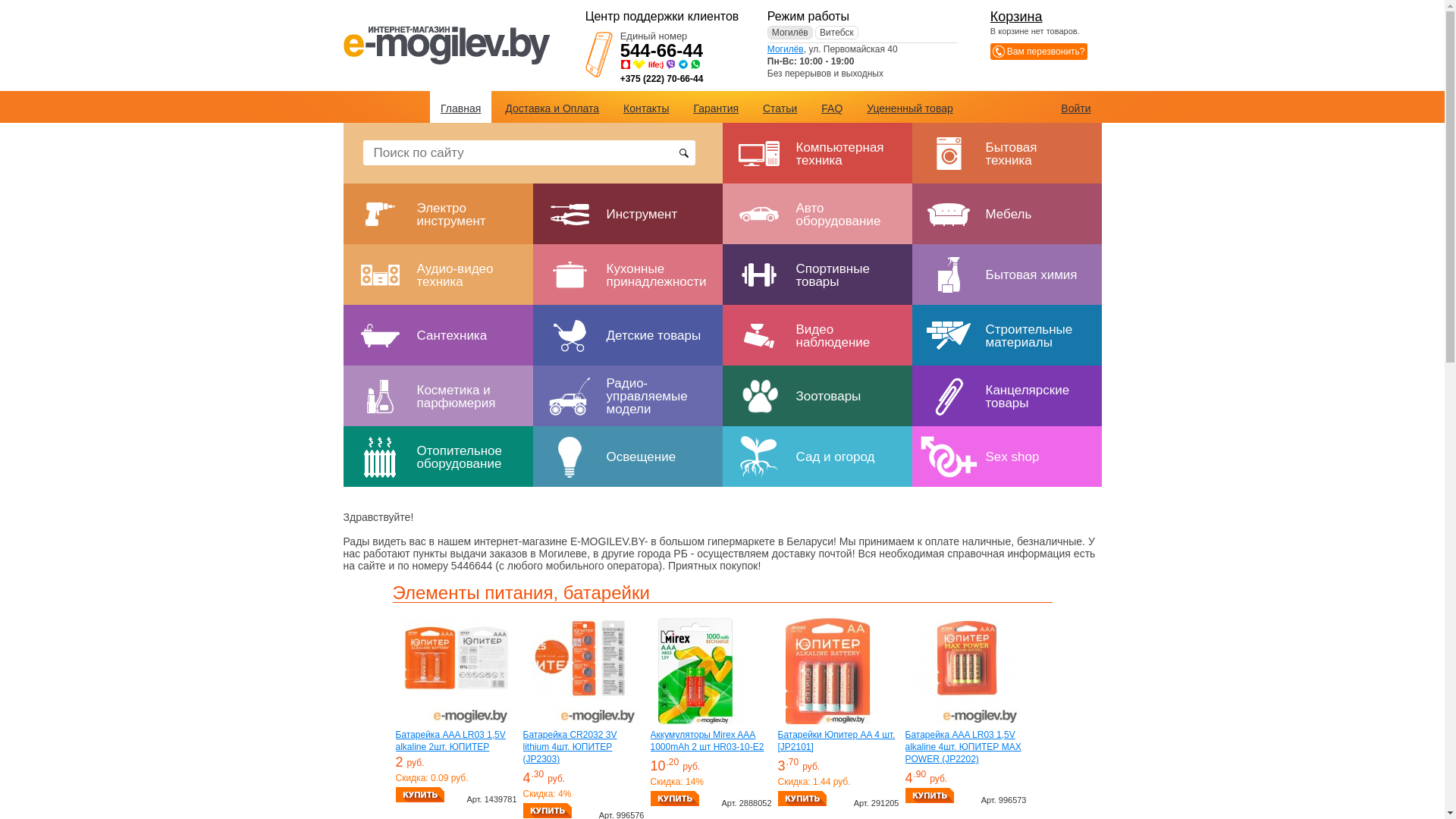 This screenshot has height=819, width=1456. Describe the element at coordinates (1006, 455) in the screenshot. I see `'Sex shop'` at that location.